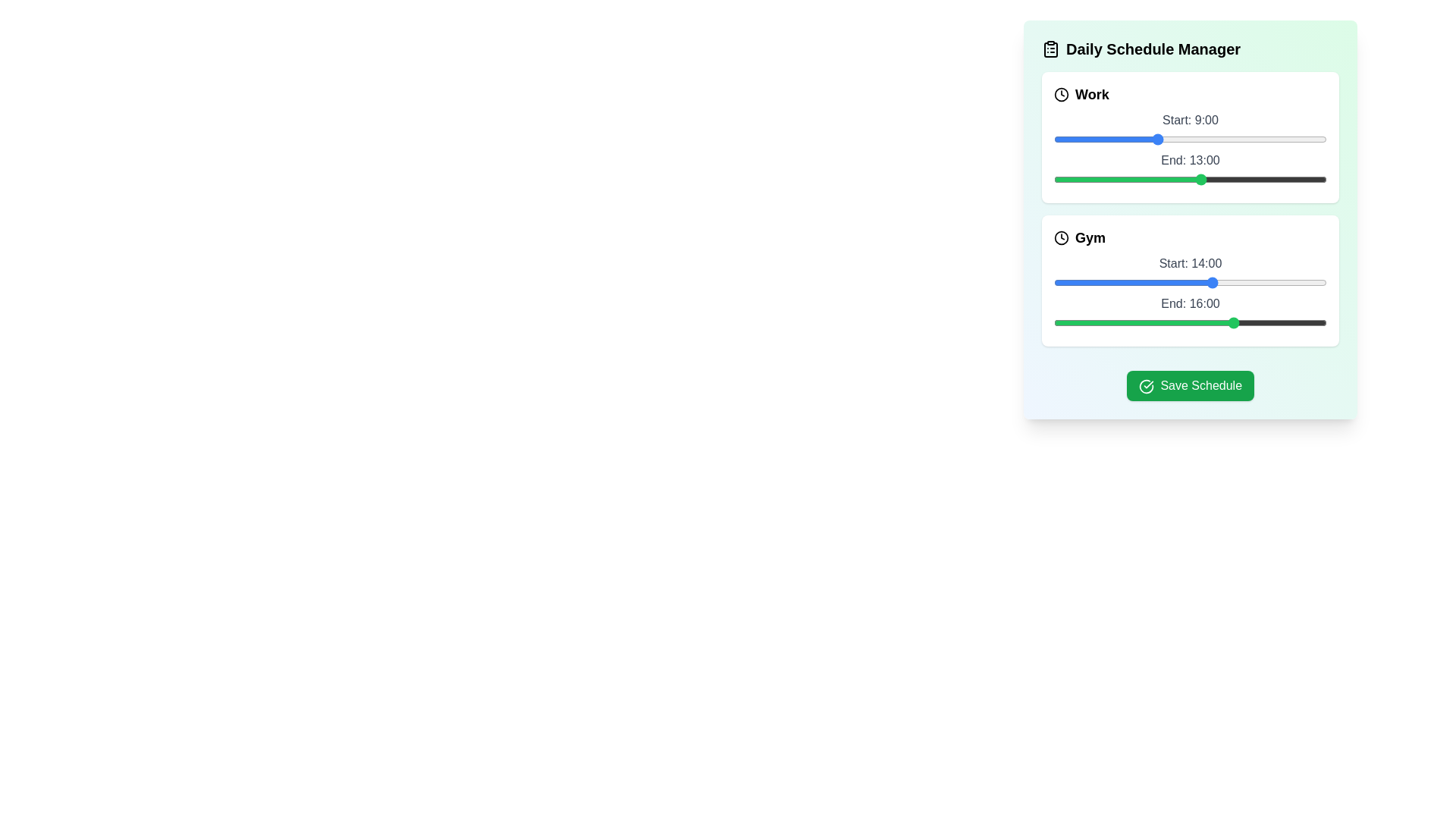  What do you see at coordinates (1270, 178) in the screenshot?
I see `the end time of the task to 19 hours using the slider` at bounding box center [1270, 178].